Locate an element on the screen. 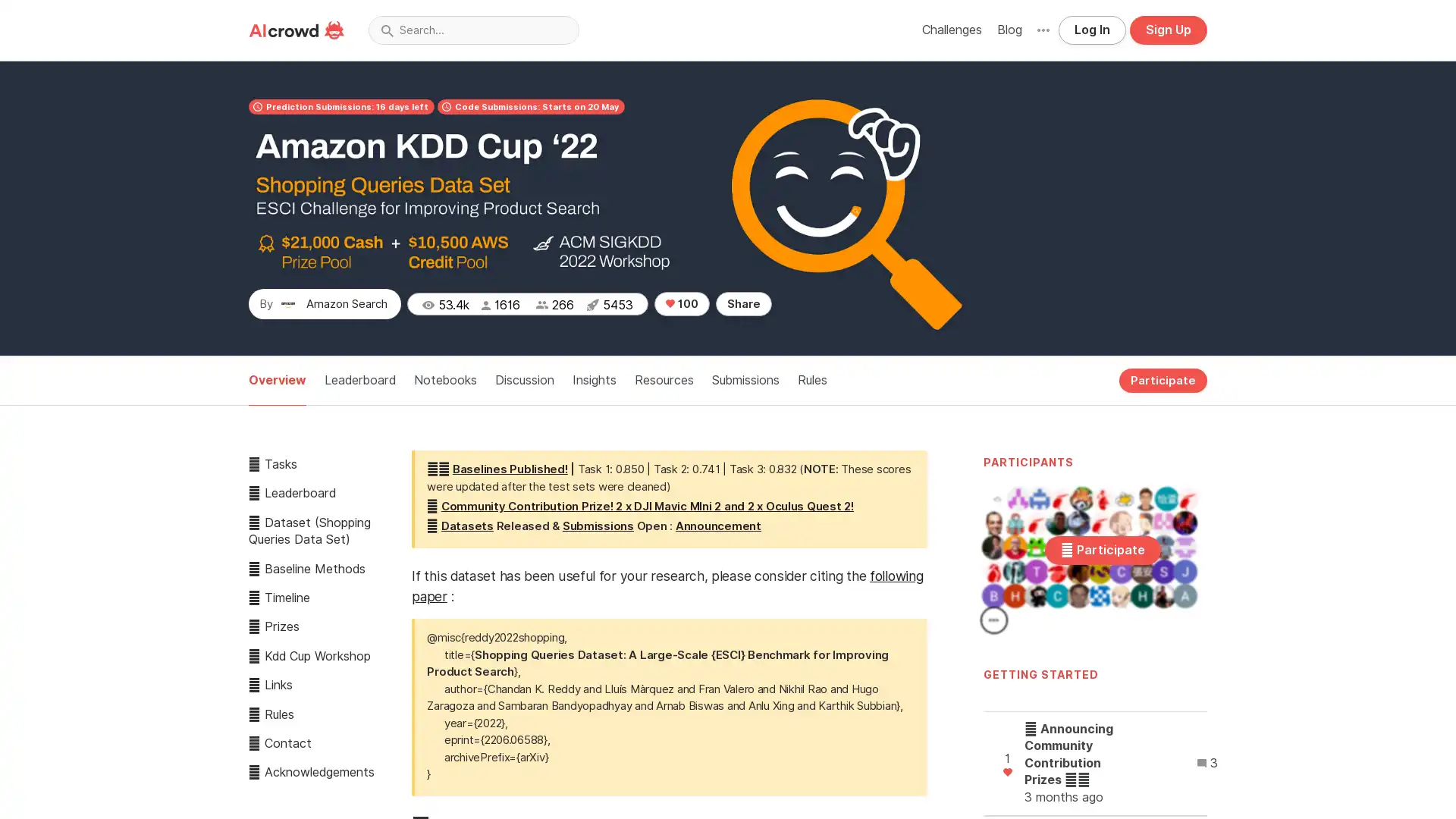  Log In is located at coordinates (1092, 30).